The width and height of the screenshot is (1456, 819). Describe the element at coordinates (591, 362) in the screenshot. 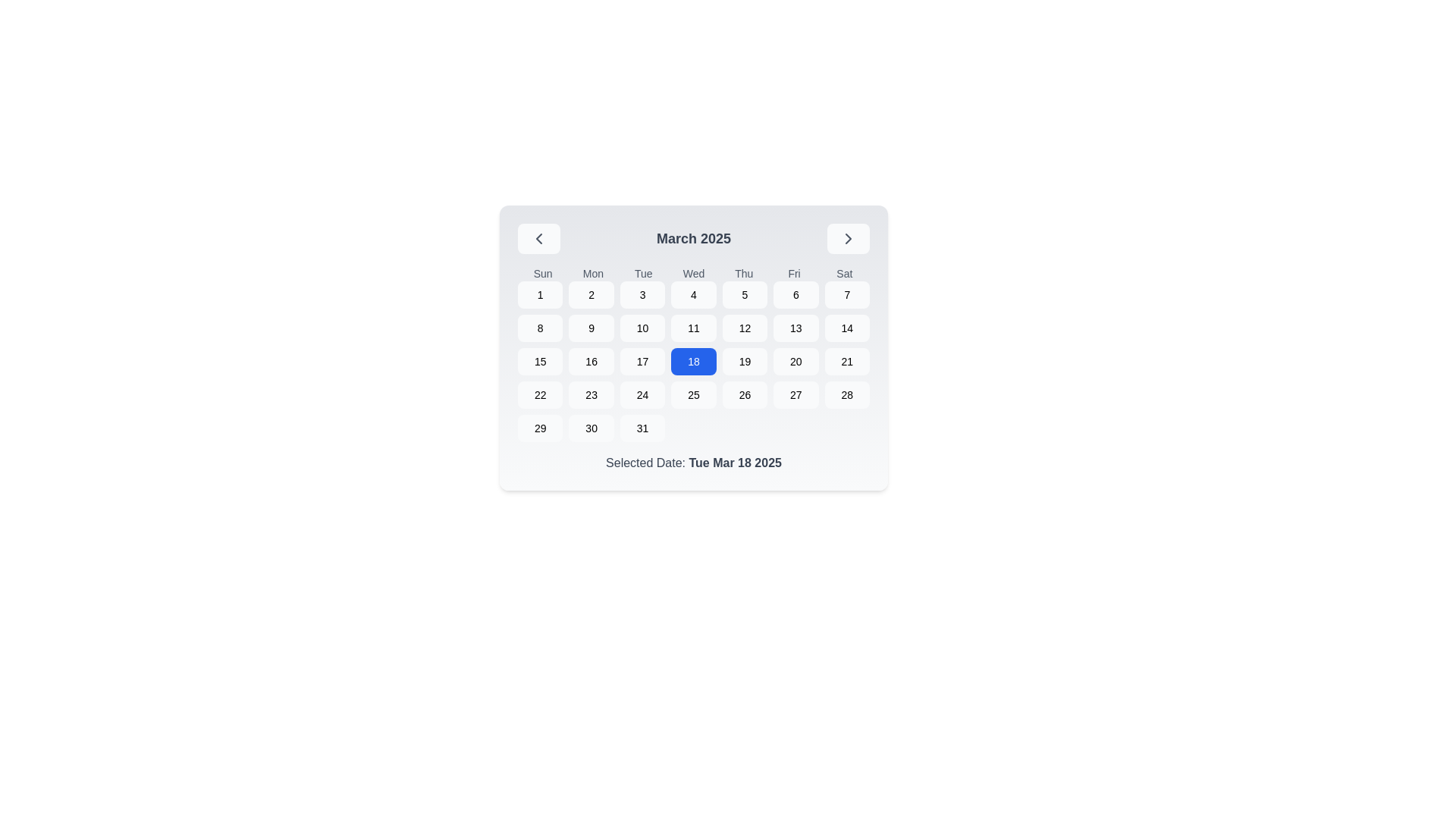

I see `the button representing the date '16' in the calendar interface` at that location.